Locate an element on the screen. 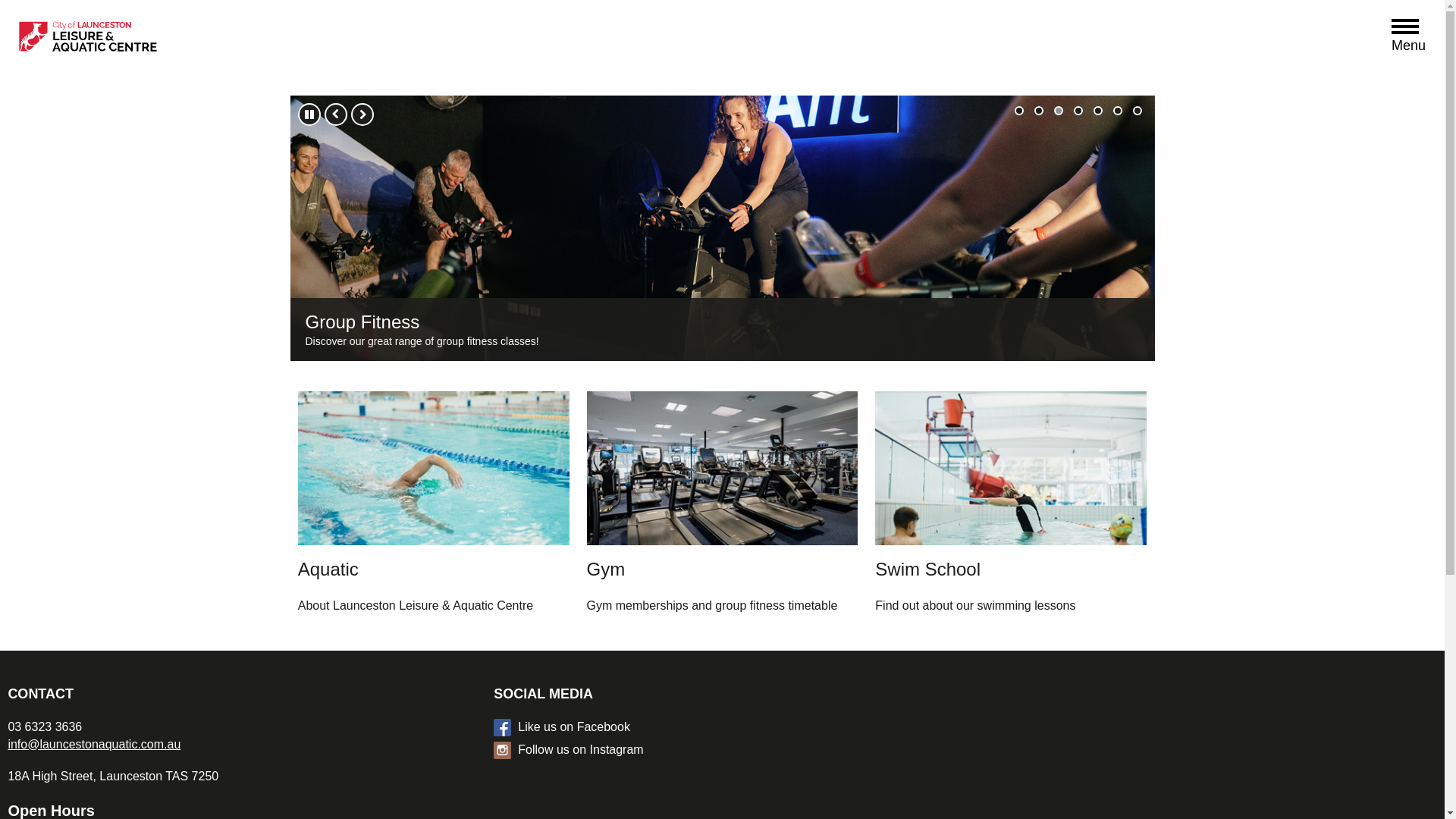 Image resolution: width=1456 pixels, height=819 pixels. 'info@launcestonaquatic.com.au' is located at coordinates (93, 743).